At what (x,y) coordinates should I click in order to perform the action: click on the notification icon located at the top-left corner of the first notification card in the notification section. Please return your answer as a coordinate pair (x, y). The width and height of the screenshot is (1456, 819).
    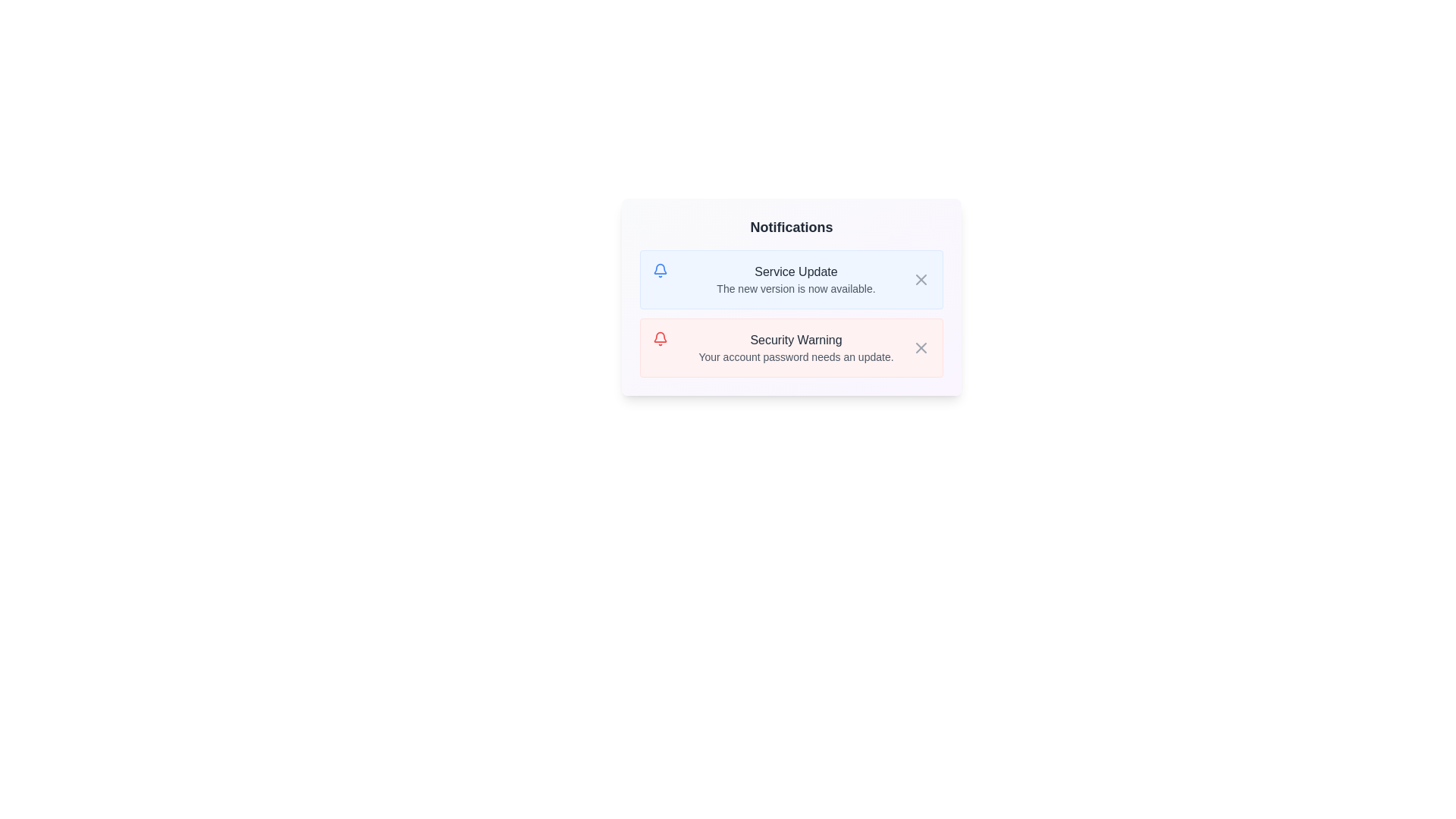
    Looking at the image, I should click on (660, 268).